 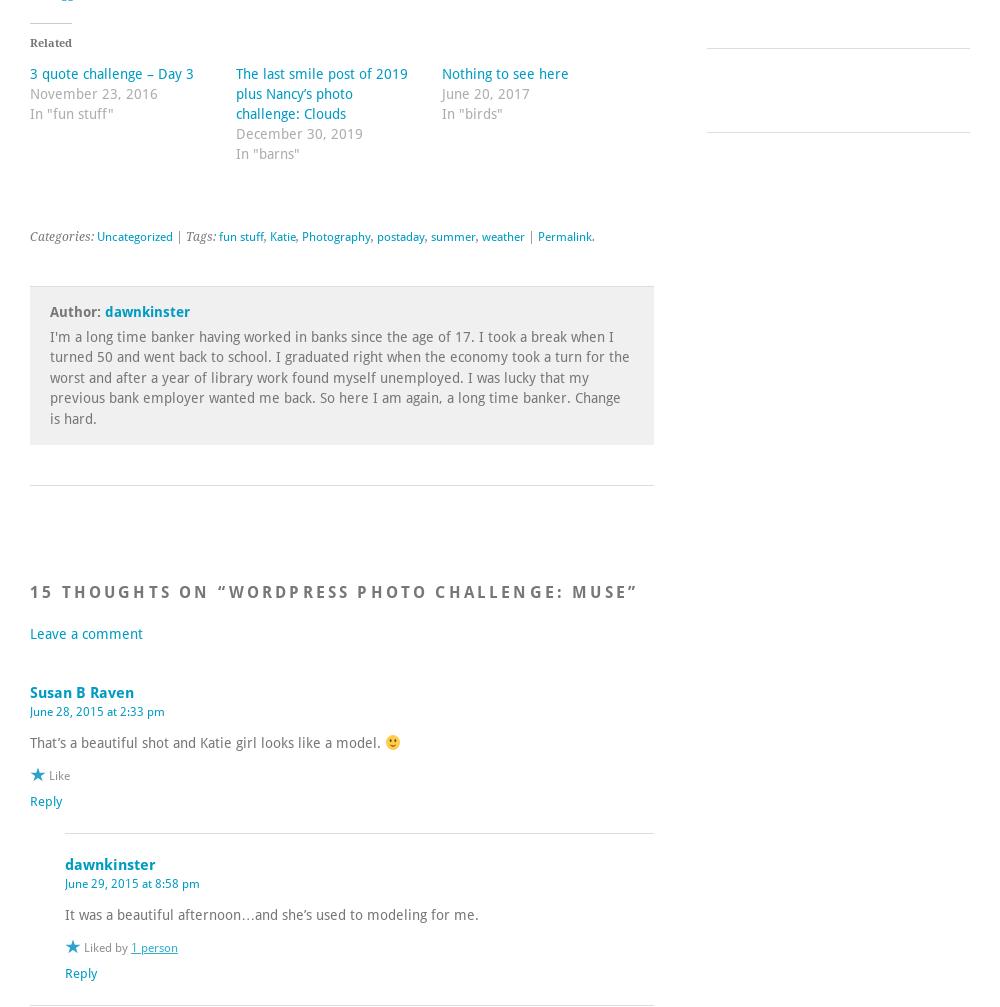 I want to click on 'Permalink', so click(x=564, y=237).